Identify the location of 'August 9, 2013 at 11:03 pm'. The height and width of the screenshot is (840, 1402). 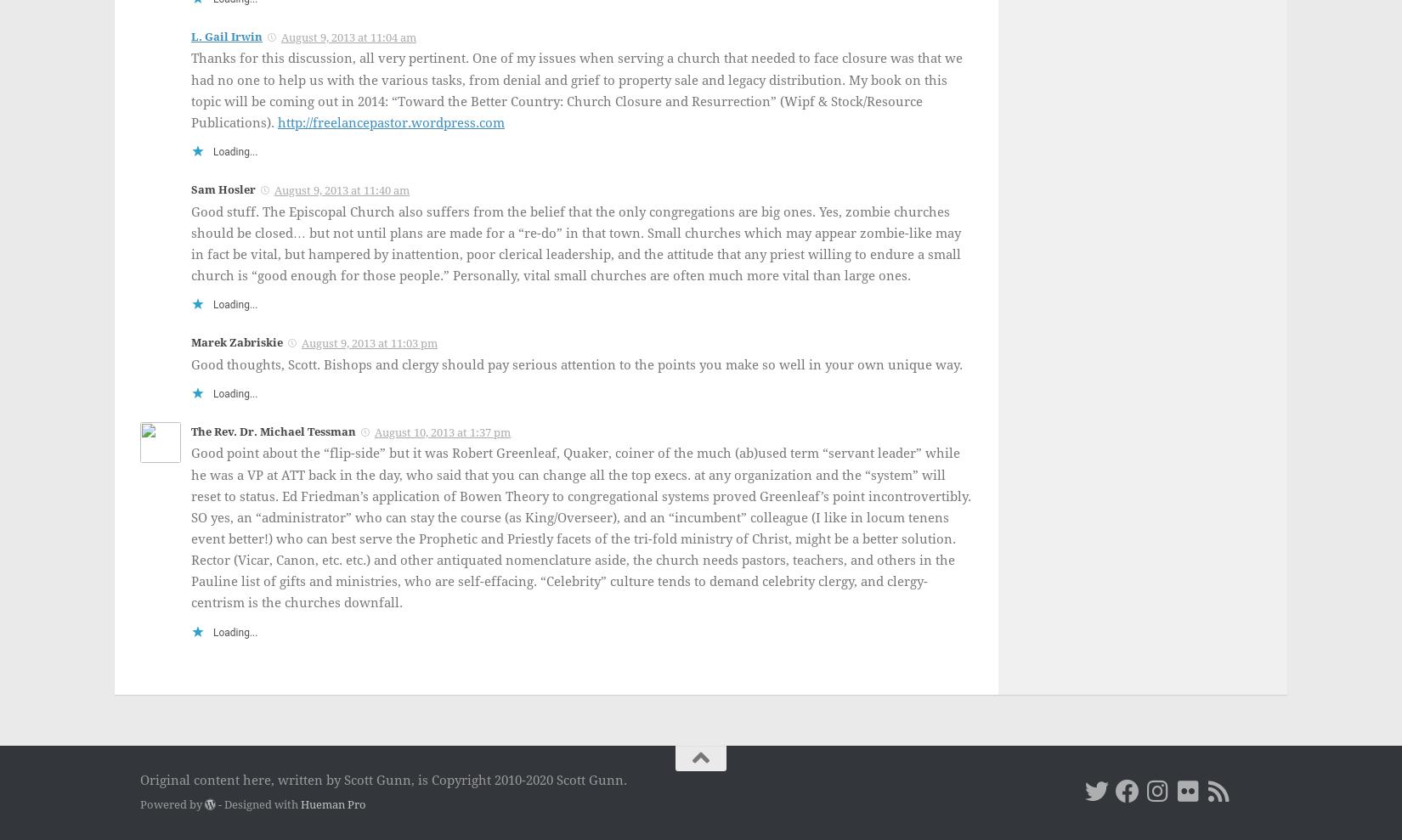
(302, 343).